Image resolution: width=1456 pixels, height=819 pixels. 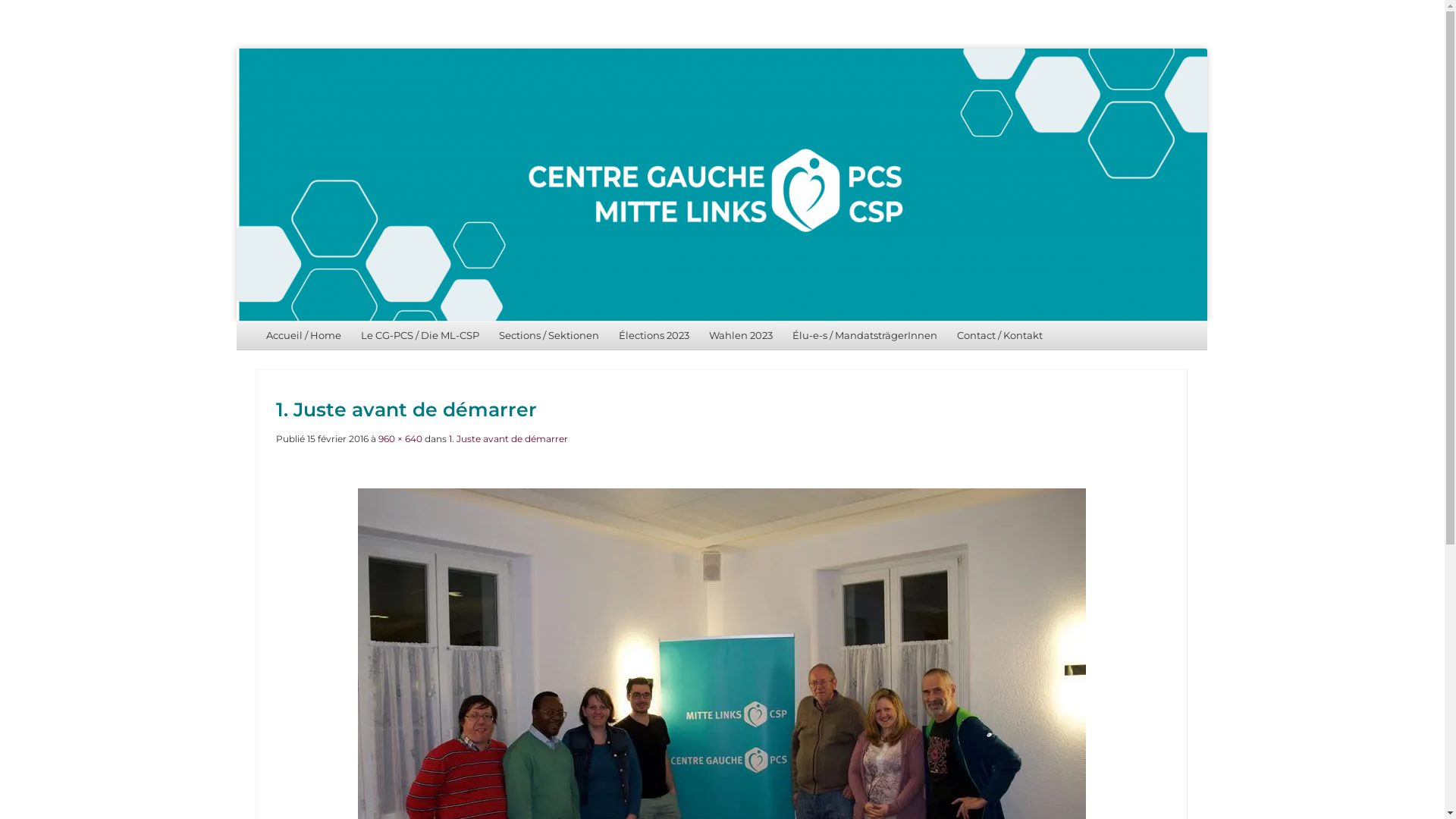 I want to click on 'Contact / Kontakt', so click(x=999, y=334).